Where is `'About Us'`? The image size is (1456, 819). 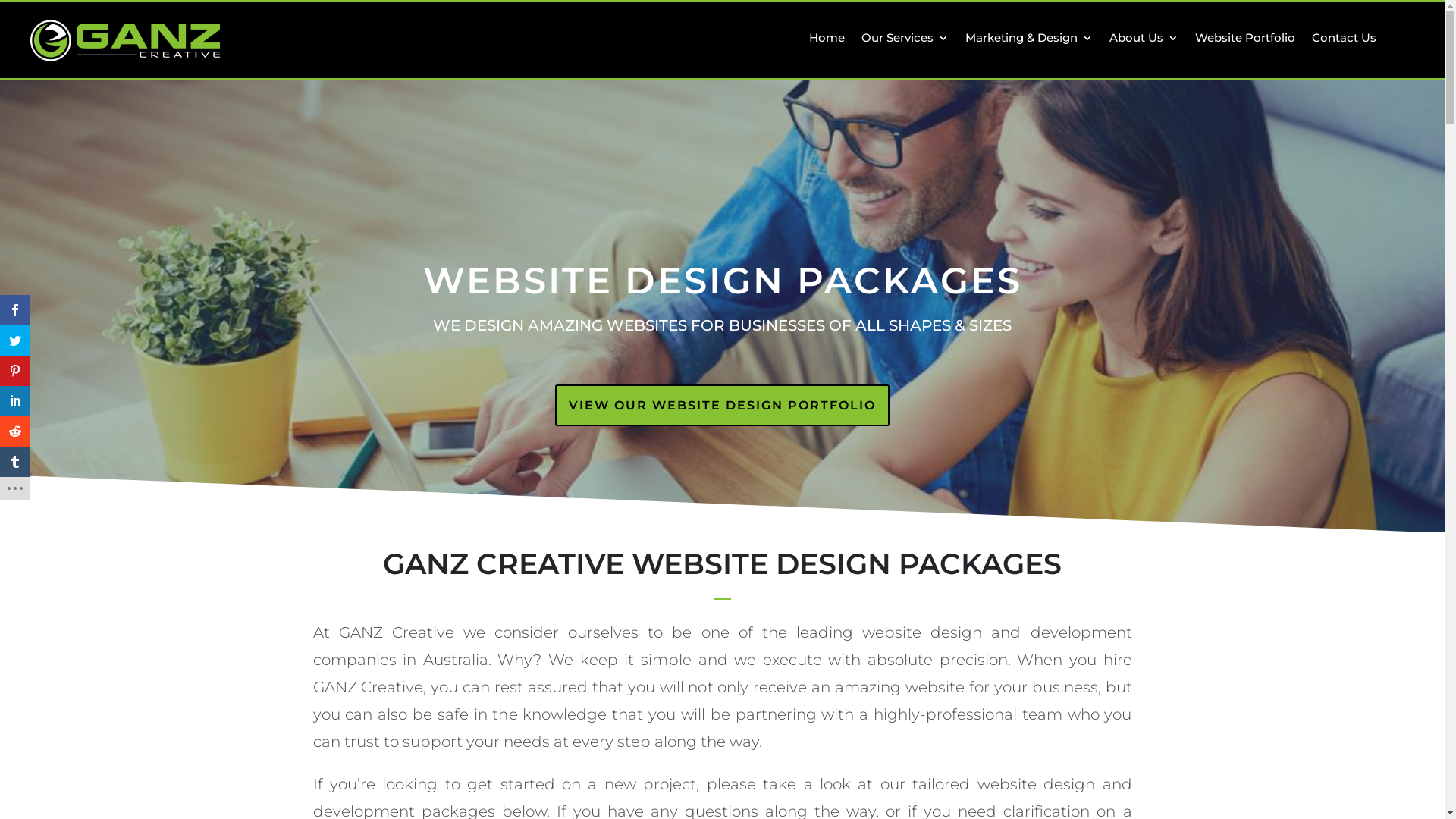
'About Us' is located at coordinates (1144, 40).